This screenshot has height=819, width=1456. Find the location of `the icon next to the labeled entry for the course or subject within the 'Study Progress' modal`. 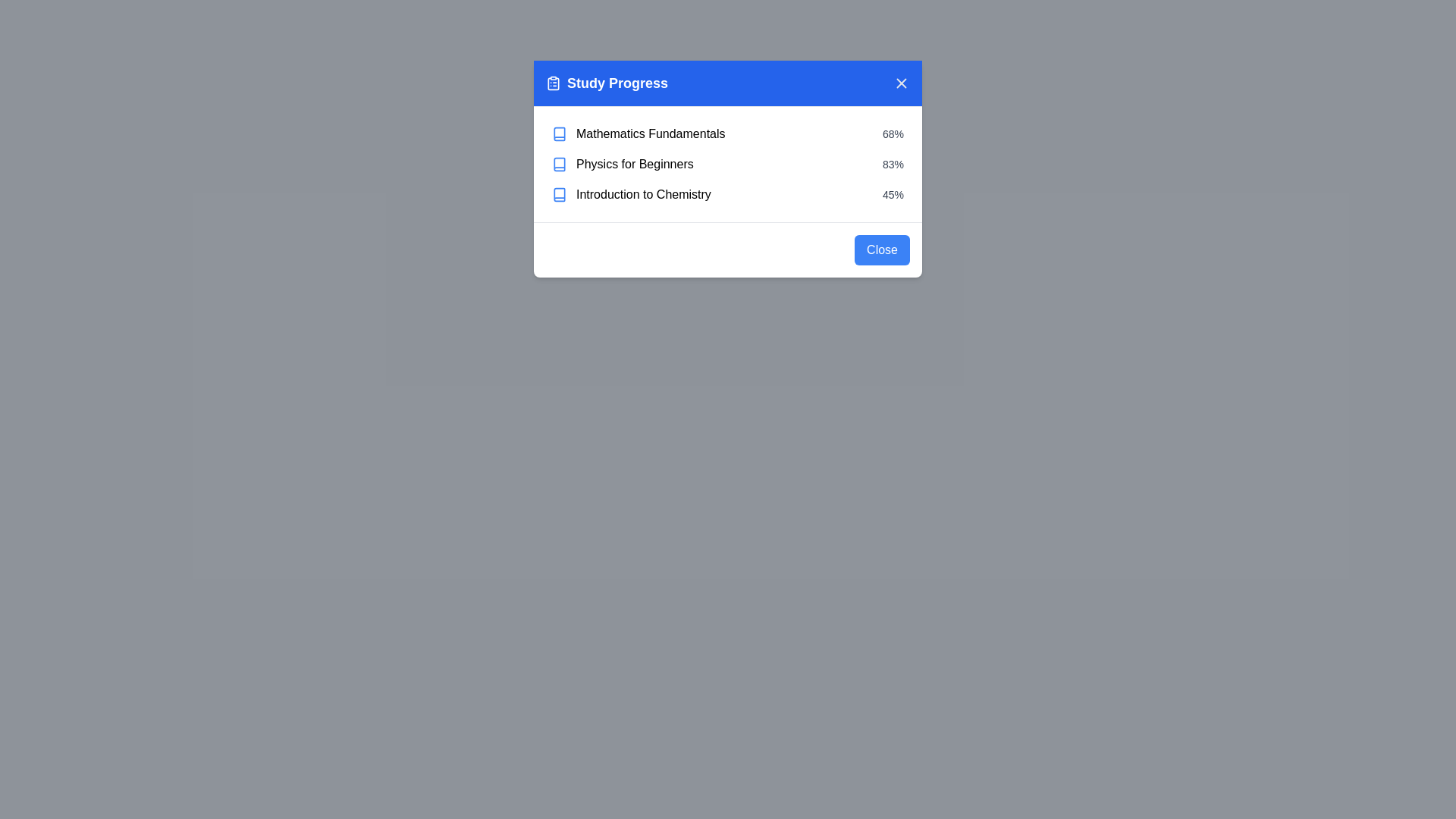

the icon next to the labeled entry for the course or subject within the 'Study Progress' modal is located at coordinates (623, 164).